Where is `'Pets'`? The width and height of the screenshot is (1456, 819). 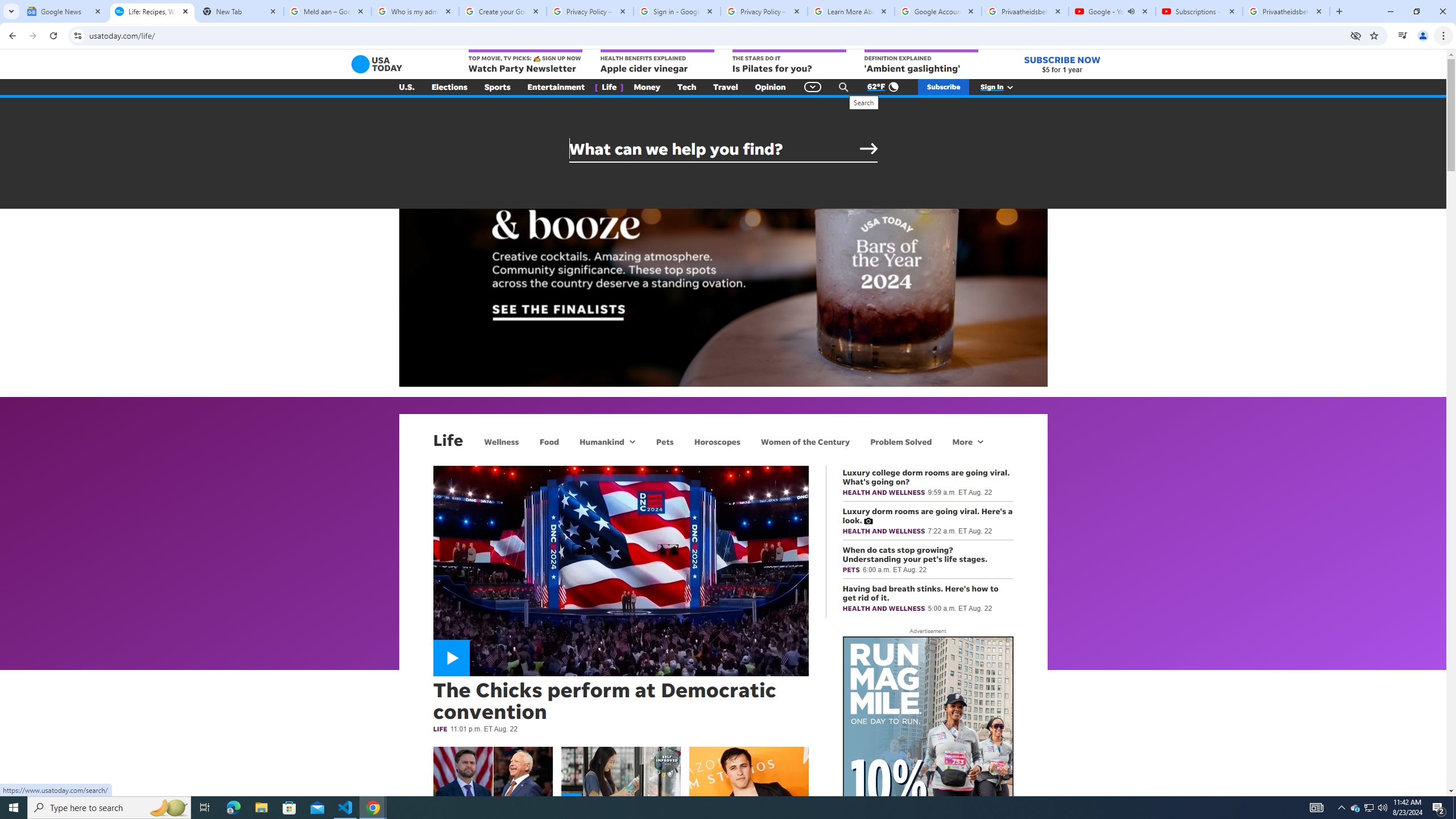 'Pets' is located at coordinates (664, 441).